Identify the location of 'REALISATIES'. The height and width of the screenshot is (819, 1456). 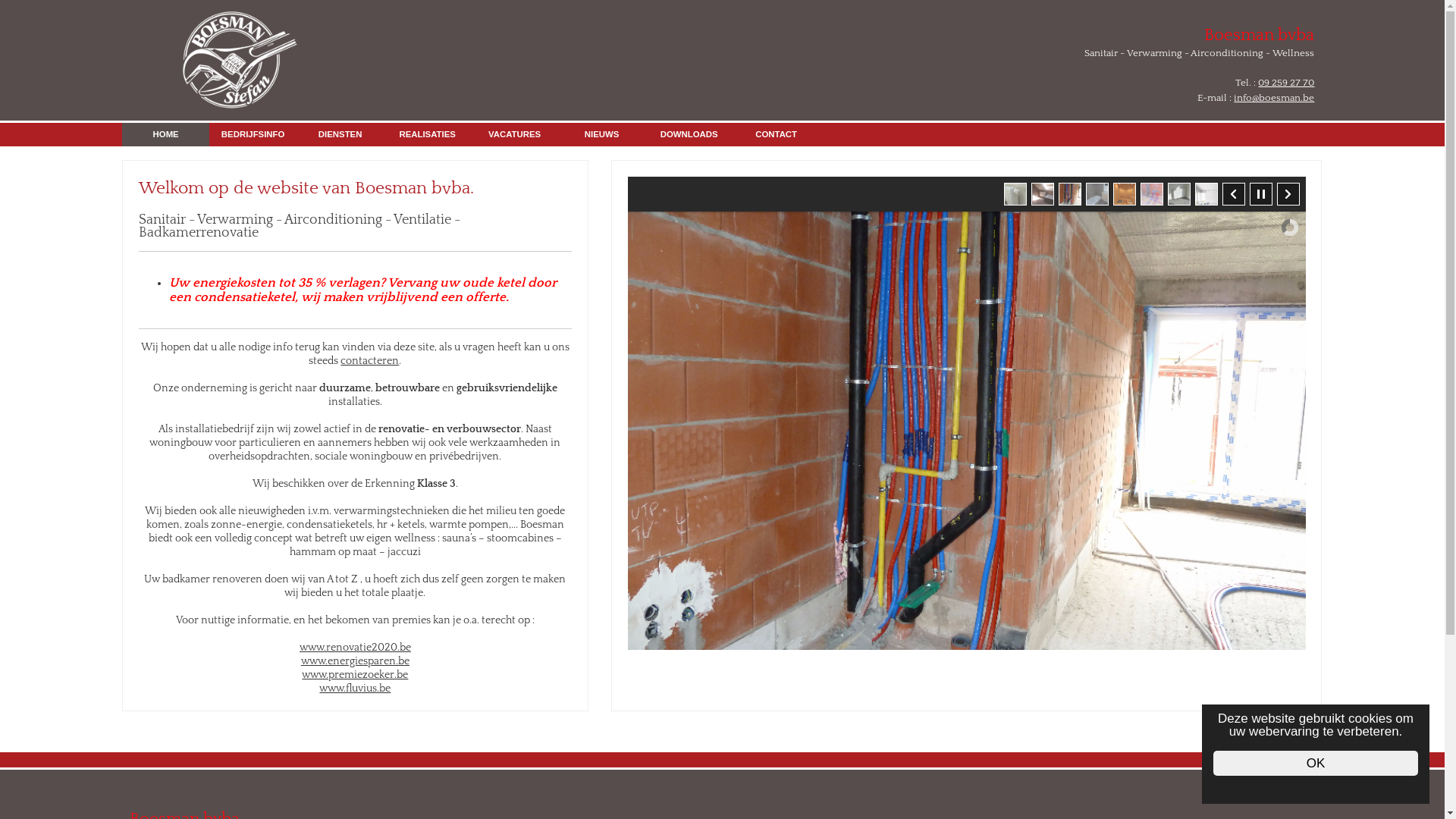
(383, 133).